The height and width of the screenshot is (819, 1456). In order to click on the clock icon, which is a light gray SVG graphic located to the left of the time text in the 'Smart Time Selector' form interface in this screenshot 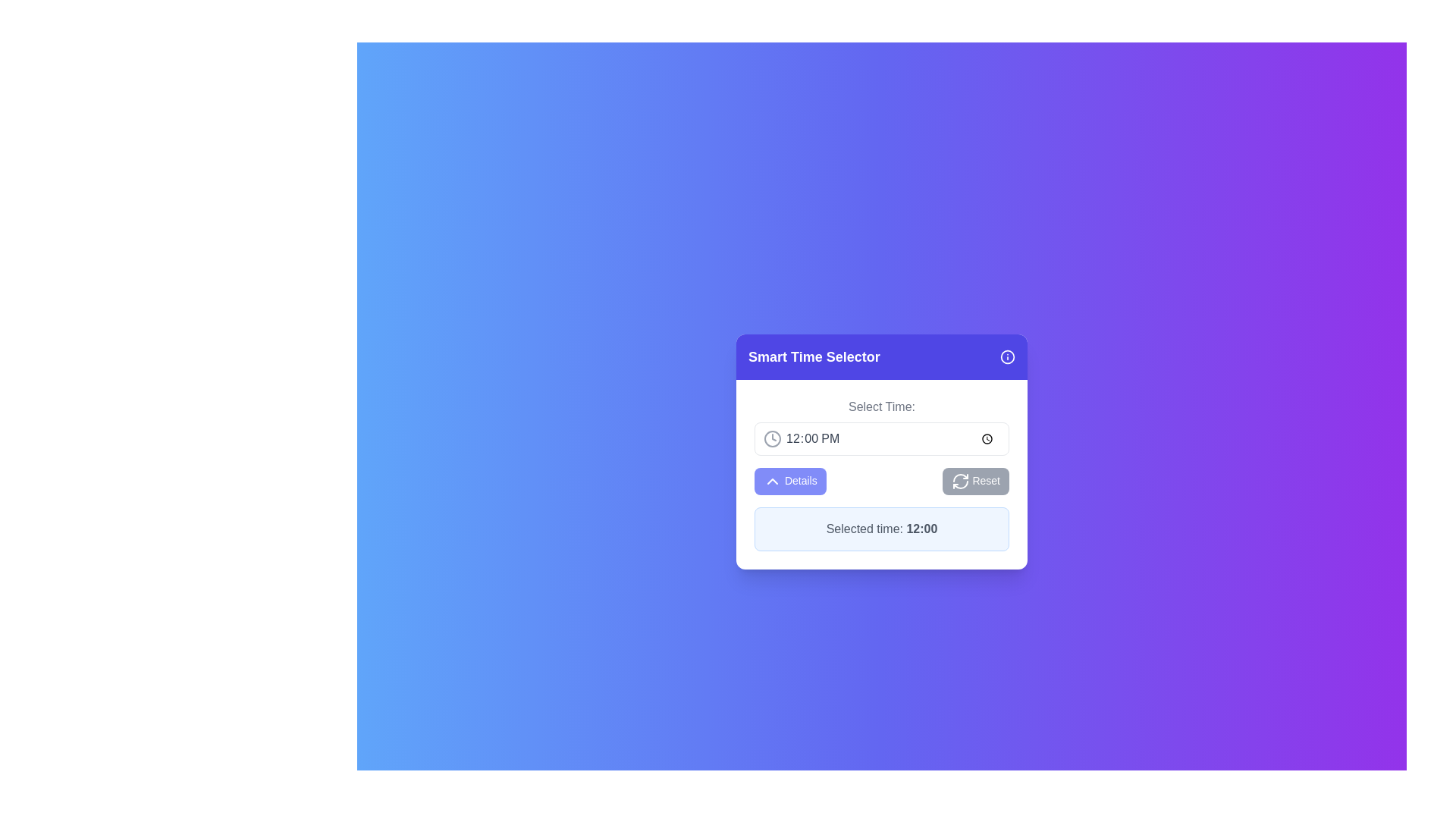, I will do `click(772, 438)`.